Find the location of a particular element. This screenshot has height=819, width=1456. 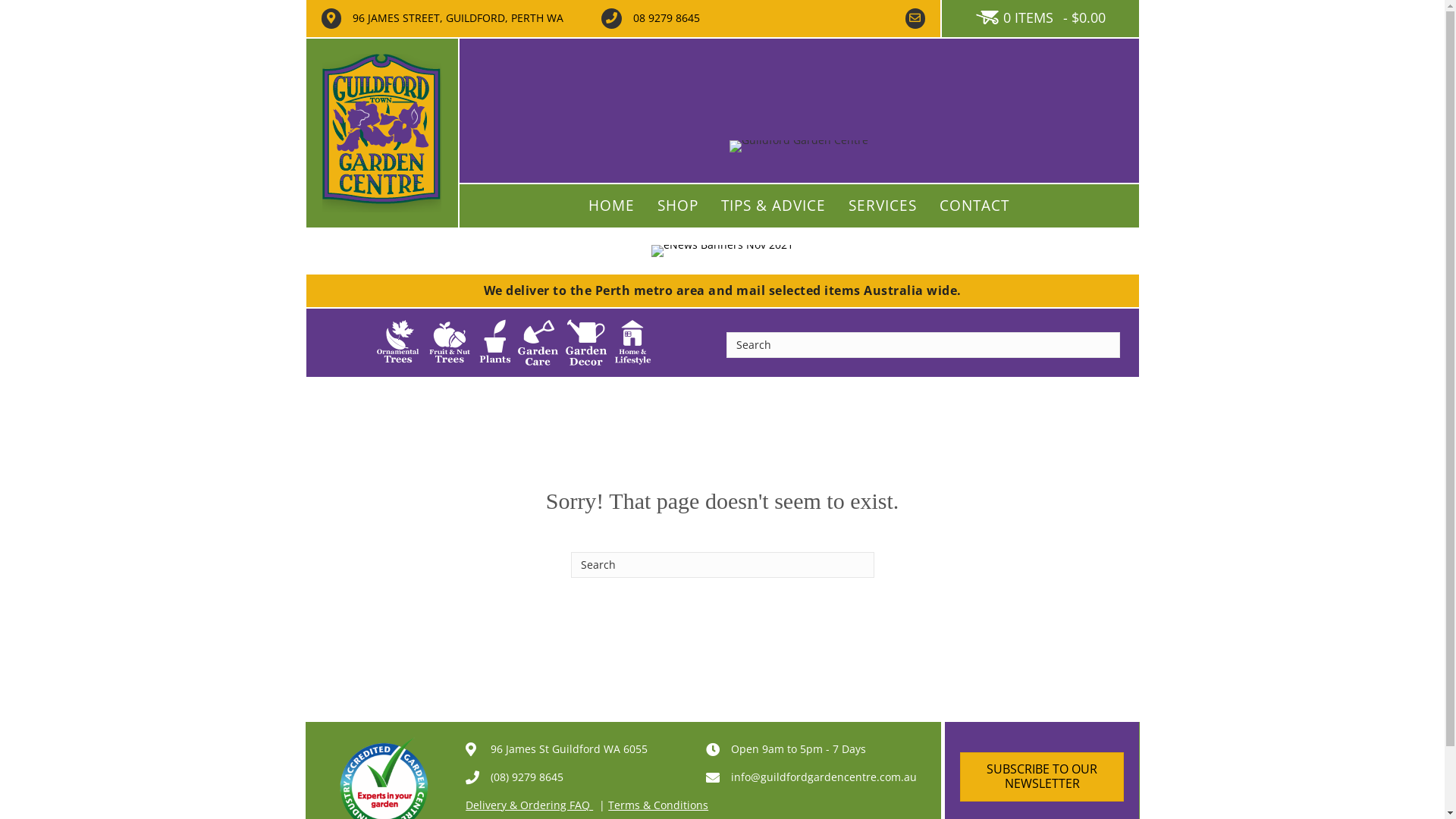

'CONTACT' is located at coordinates (974, 206).